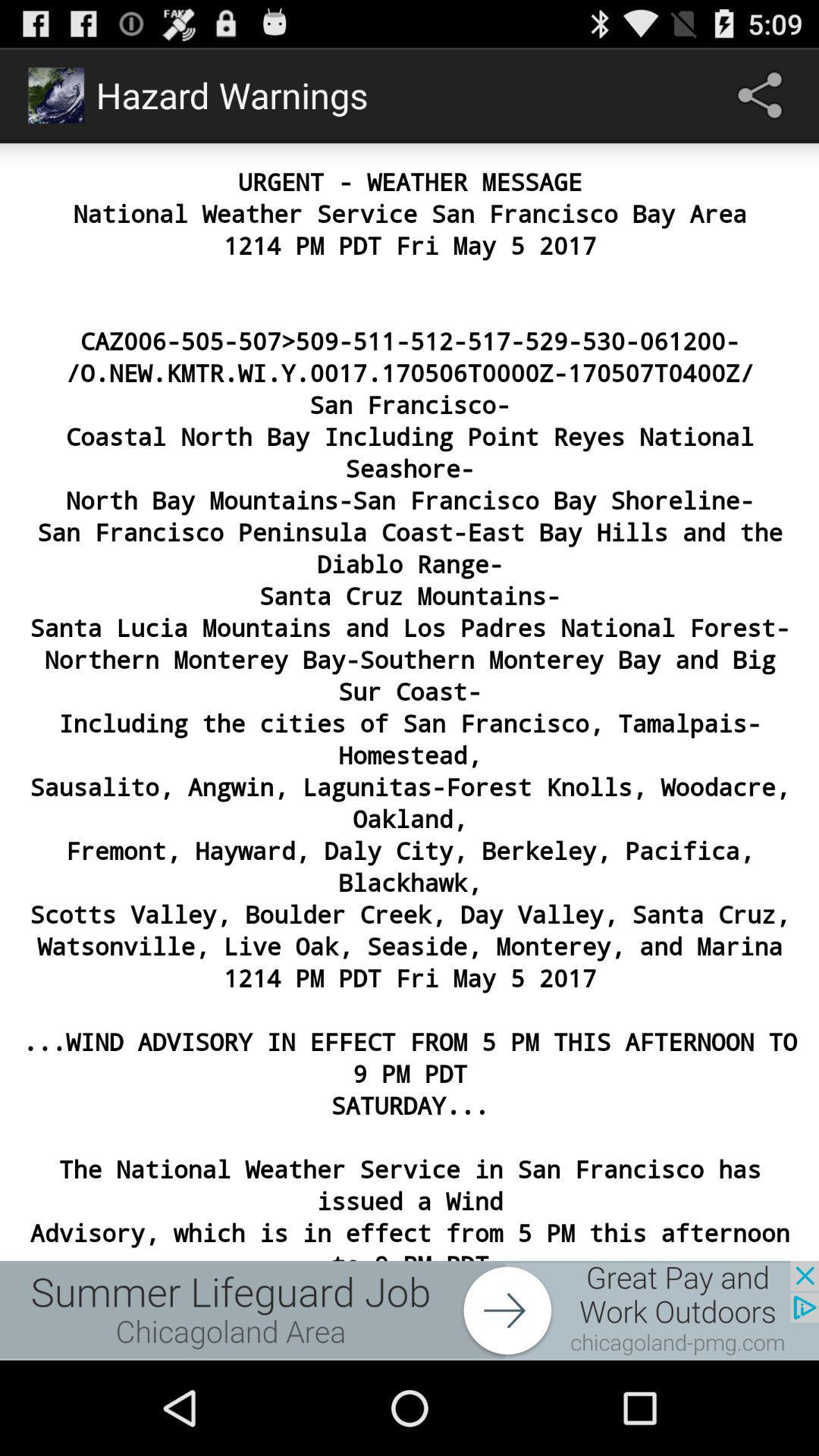 The height and width of the screenshot is (1456, 819). What do you see at coordinates (409, 1310) in the screenshot?
I see `advertisement` at bounding box center [409, 1310].